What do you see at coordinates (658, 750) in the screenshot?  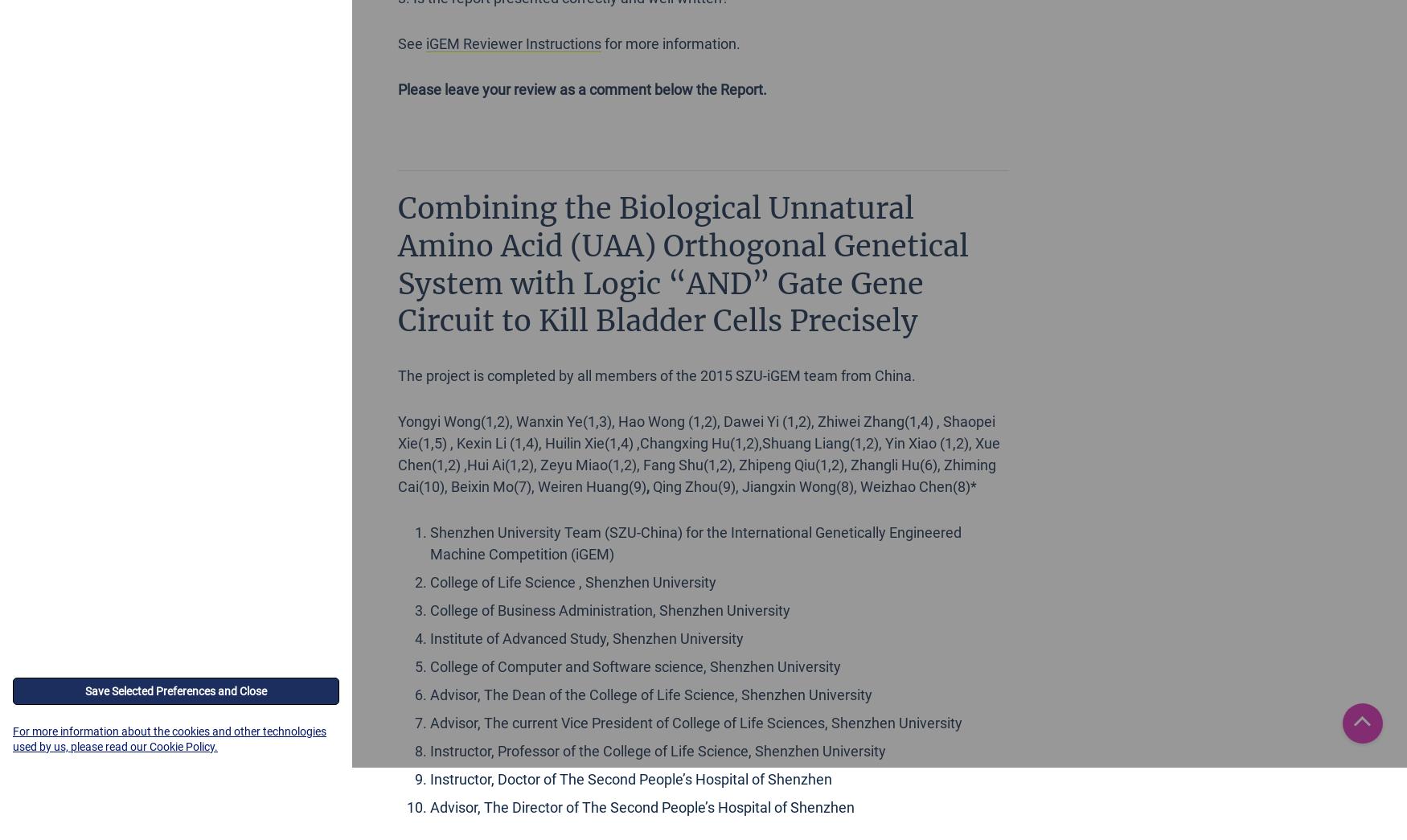 I see `'Instructor, Professor of the College of Life Science, Shenzhen University'` at bounding box center [658, 750].